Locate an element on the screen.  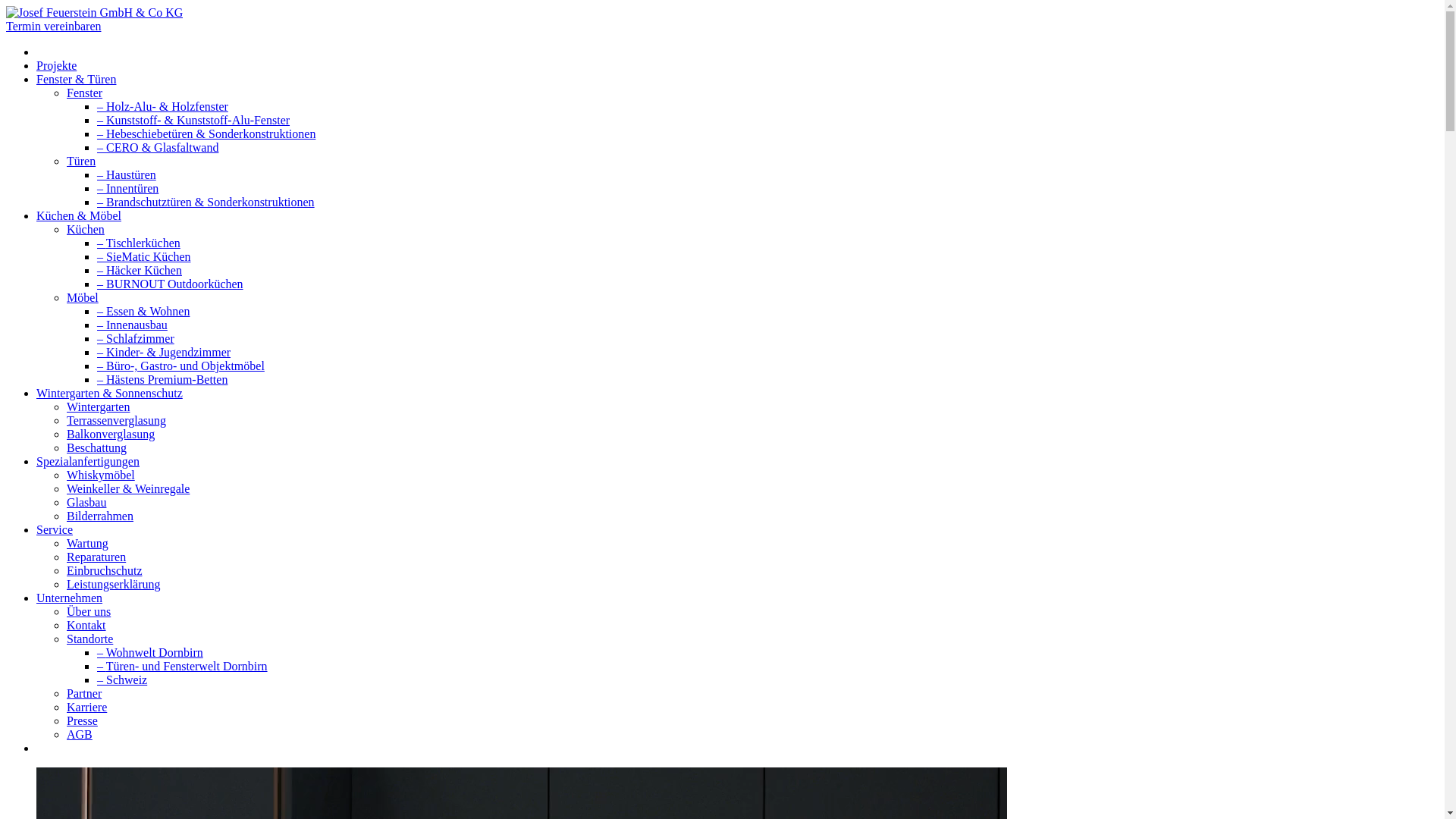
'Wintergarten' is located at coordinates (65, 406).